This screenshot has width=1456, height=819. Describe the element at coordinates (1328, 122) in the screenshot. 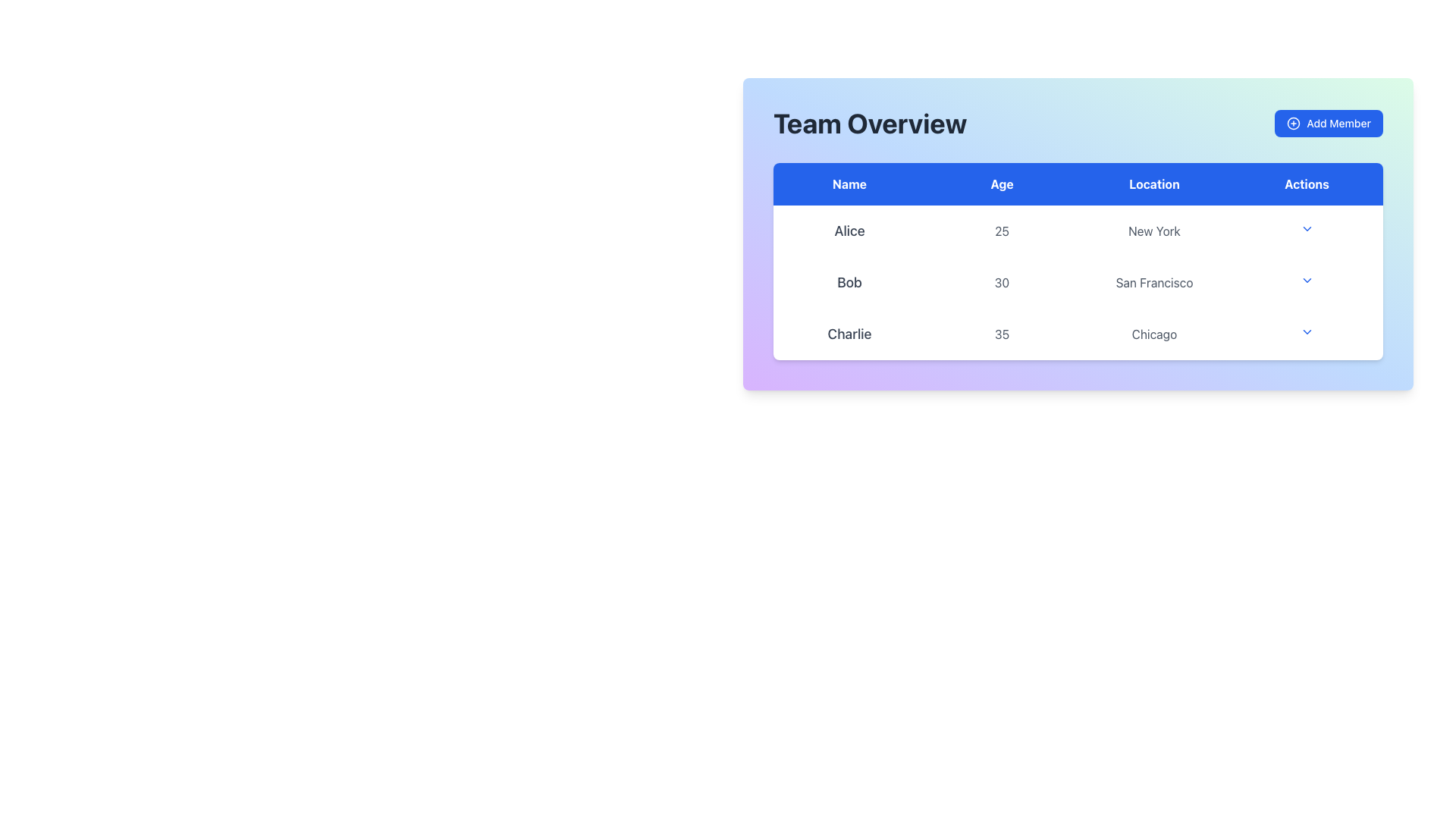

I see `the 'Add Member' button with a blue background and white text in the header section of the 'Team Overview' interface` at that location.